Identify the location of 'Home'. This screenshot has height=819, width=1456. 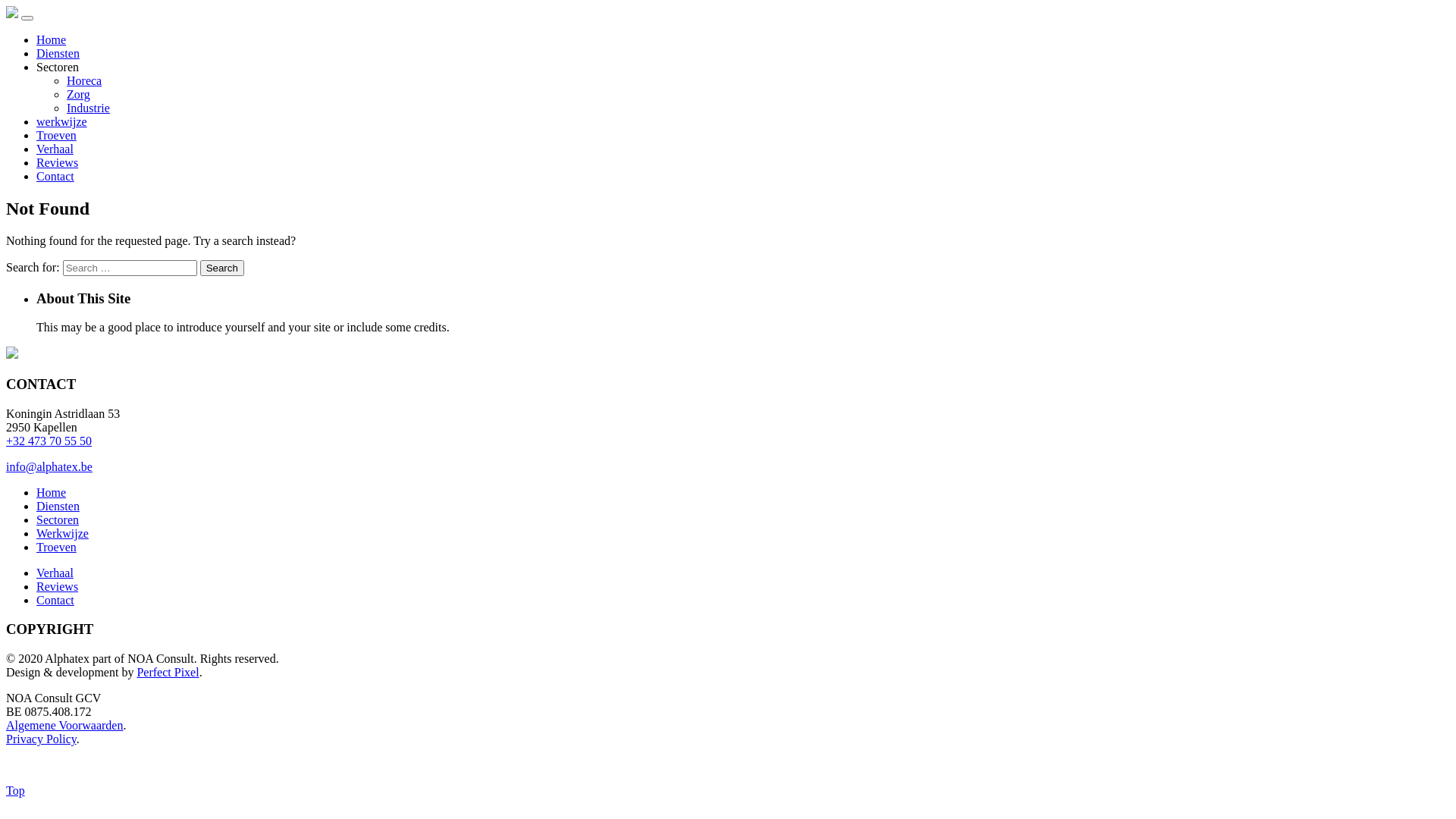
(51, 492).